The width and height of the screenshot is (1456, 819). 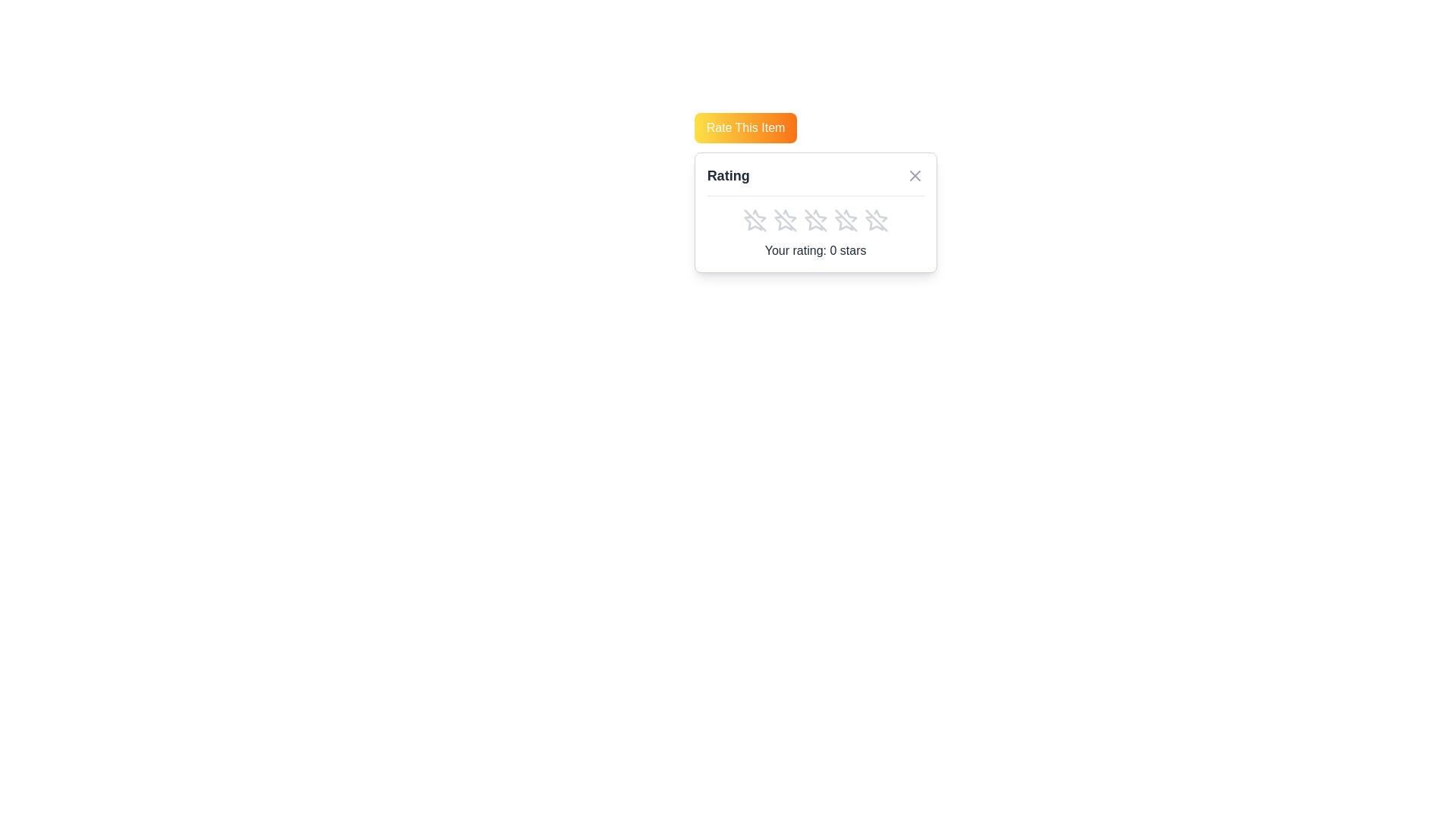 What do you see at coordinates (850, 215) in the screenshot?
I see `the fourth star icon in the rating component` at bounding box center [850, 215].